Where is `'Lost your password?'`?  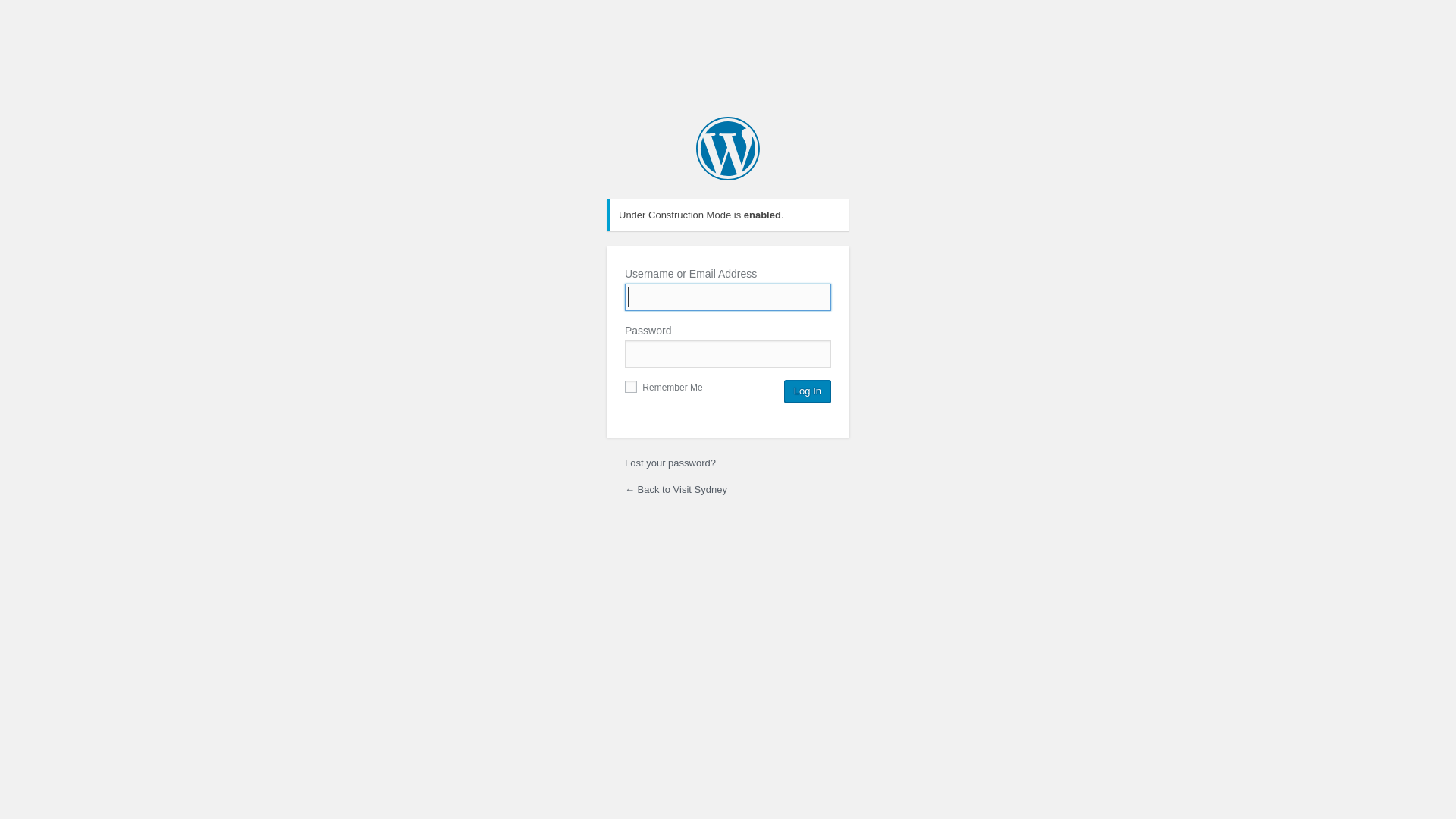
'Lost your password?' is located at coordinates (669, 462).